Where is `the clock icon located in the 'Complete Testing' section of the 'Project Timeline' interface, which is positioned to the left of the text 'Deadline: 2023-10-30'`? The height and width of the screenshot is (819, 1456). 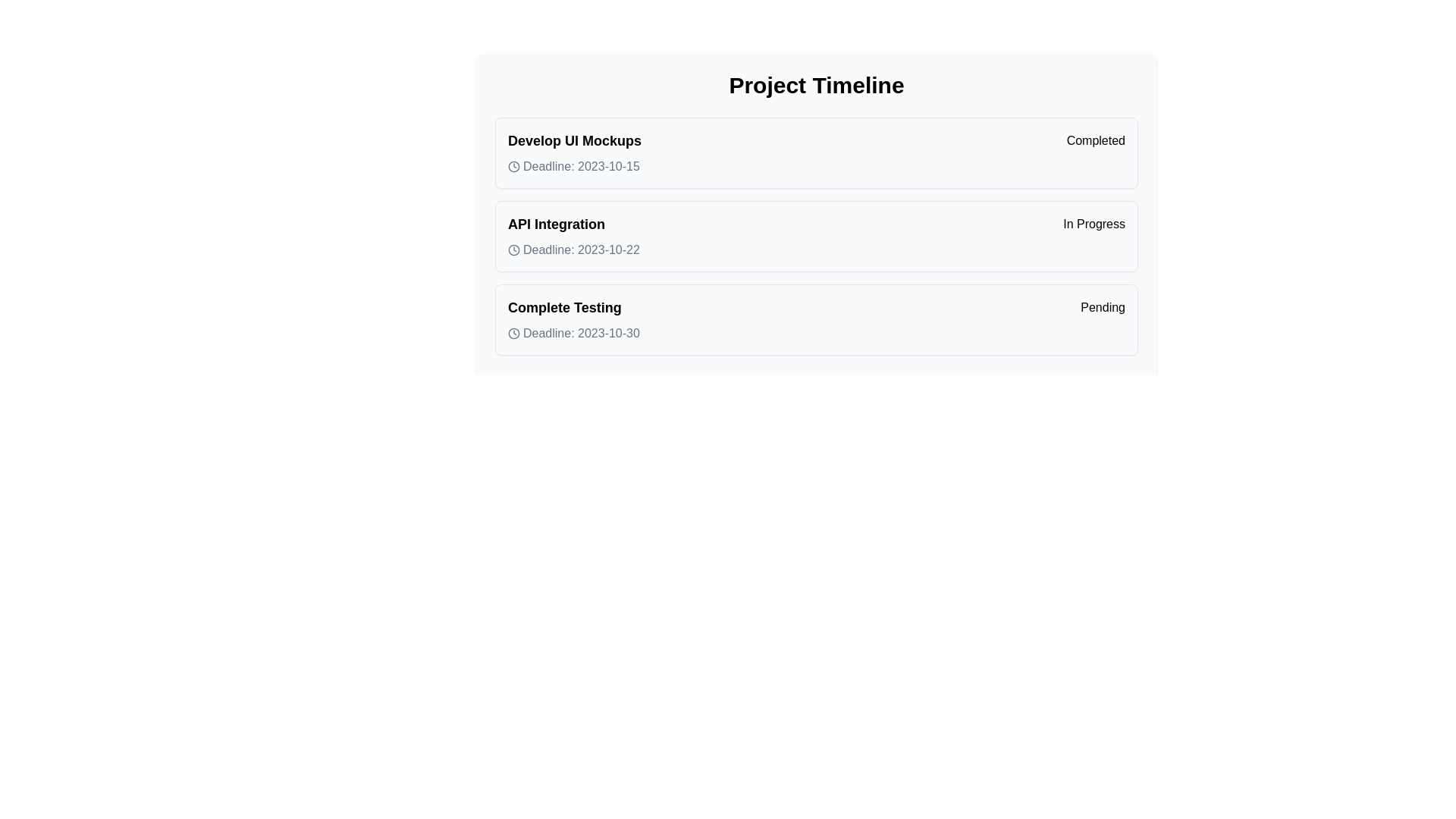
the clock icon located in the 'Complete Testing' section of the 'Project Timeline' interface, which is positioned to the left of the text 'Deadline: 2023-10-30' is located at coordinates (513, 332).